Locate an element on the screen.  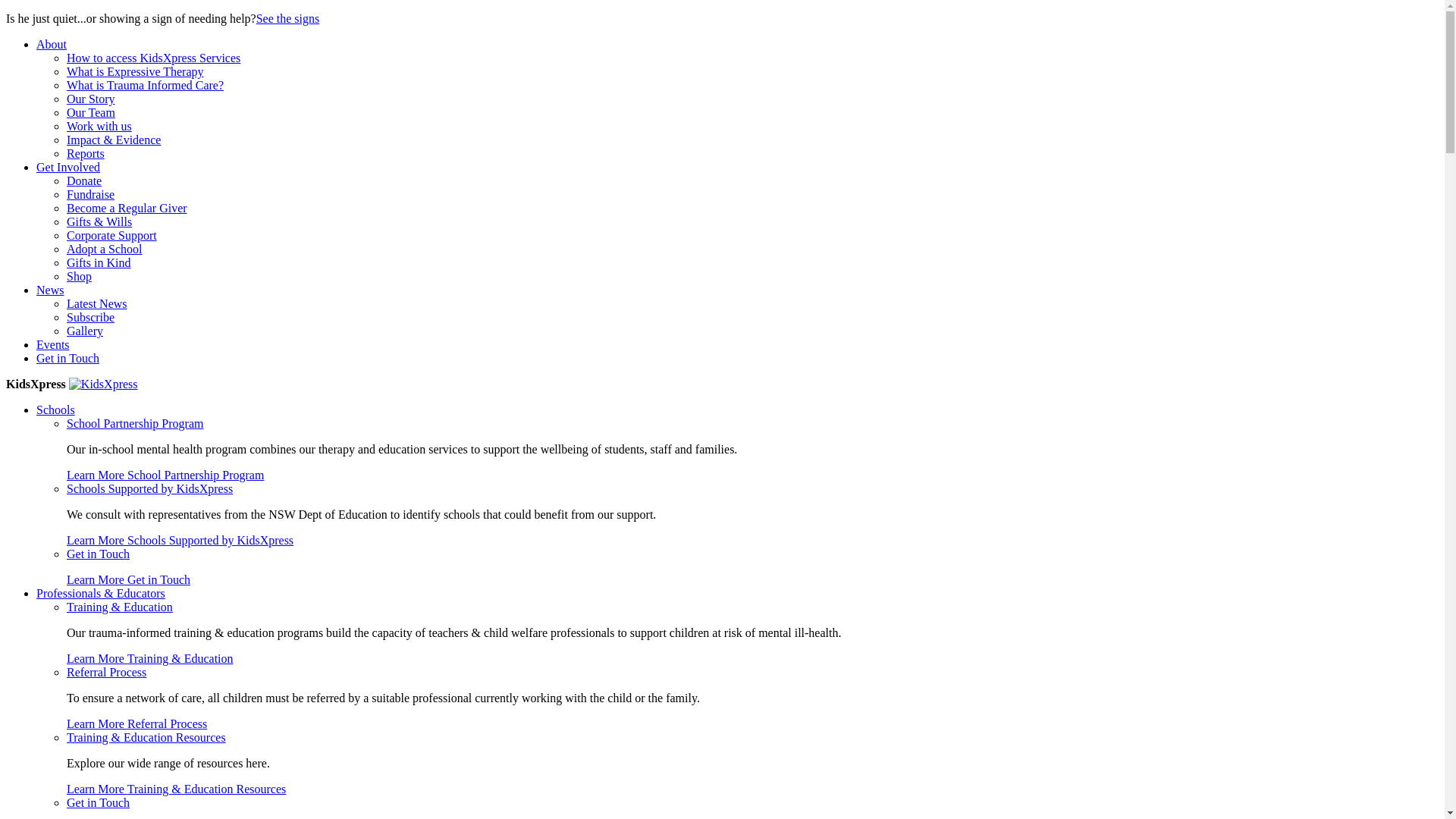
'Work with us' is located at coordinates (65, 125).